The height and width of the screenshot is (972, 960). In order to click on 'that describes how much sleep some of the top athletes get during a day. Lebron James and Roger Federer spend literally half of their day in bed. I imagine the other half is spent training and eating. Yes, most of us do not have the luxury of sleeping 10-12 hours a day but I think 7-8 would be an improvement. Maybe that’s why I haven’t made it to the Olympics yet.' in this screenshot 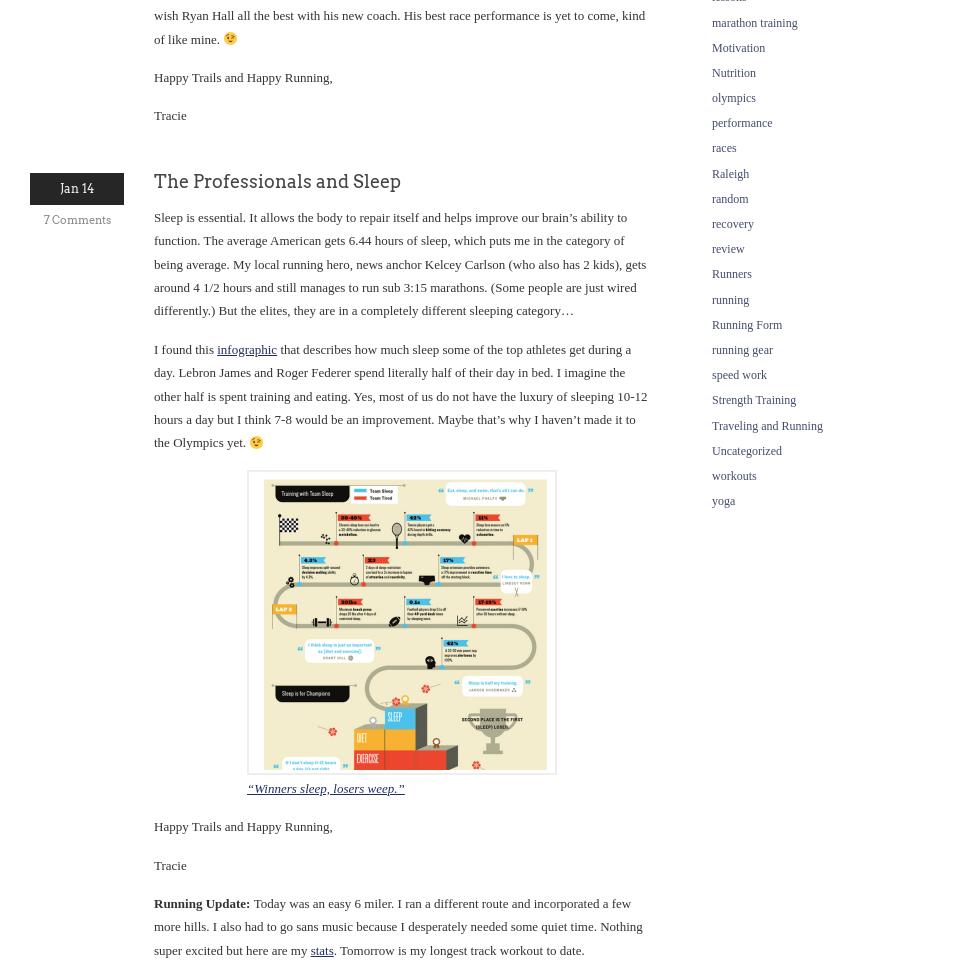, I will do `click(152, 395)`.